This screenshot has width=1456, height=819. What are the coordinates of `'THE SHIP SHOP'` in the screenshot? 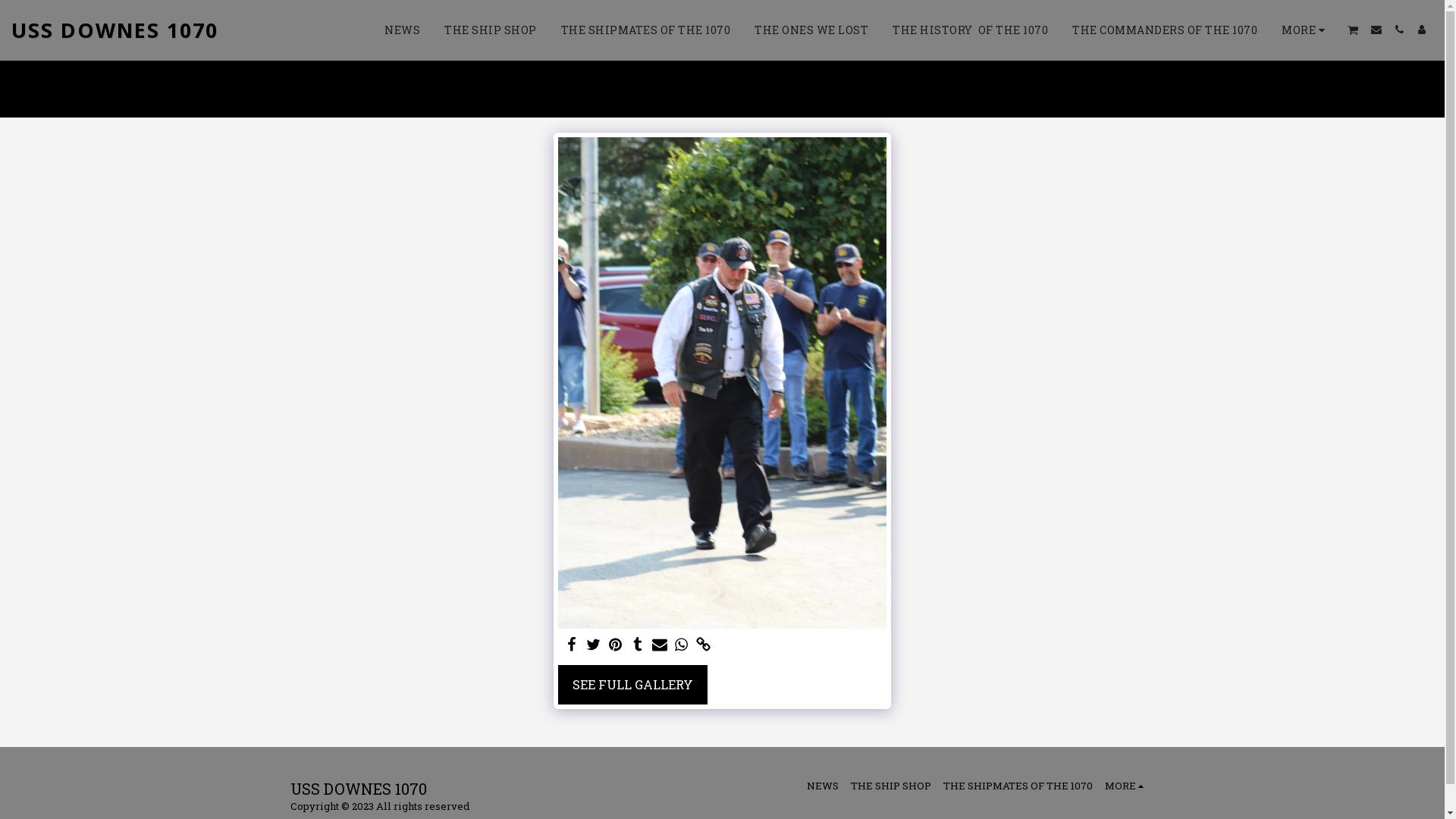 It's located at (491, 30).